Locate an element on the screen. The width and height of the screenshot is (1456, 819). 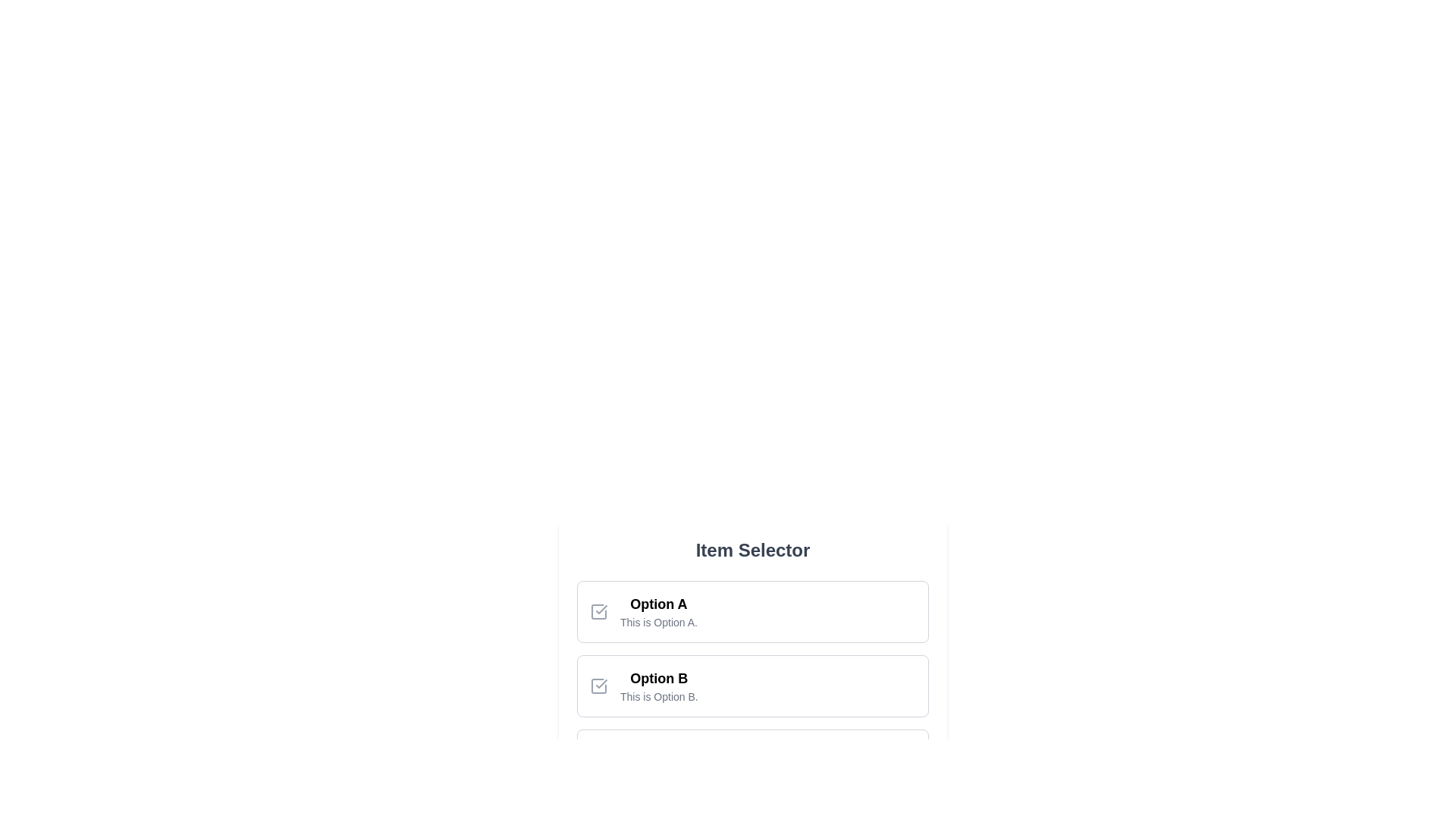
the graphical check symbol icon representing a completed action in the Option B section is located at coordinates (601, 684).